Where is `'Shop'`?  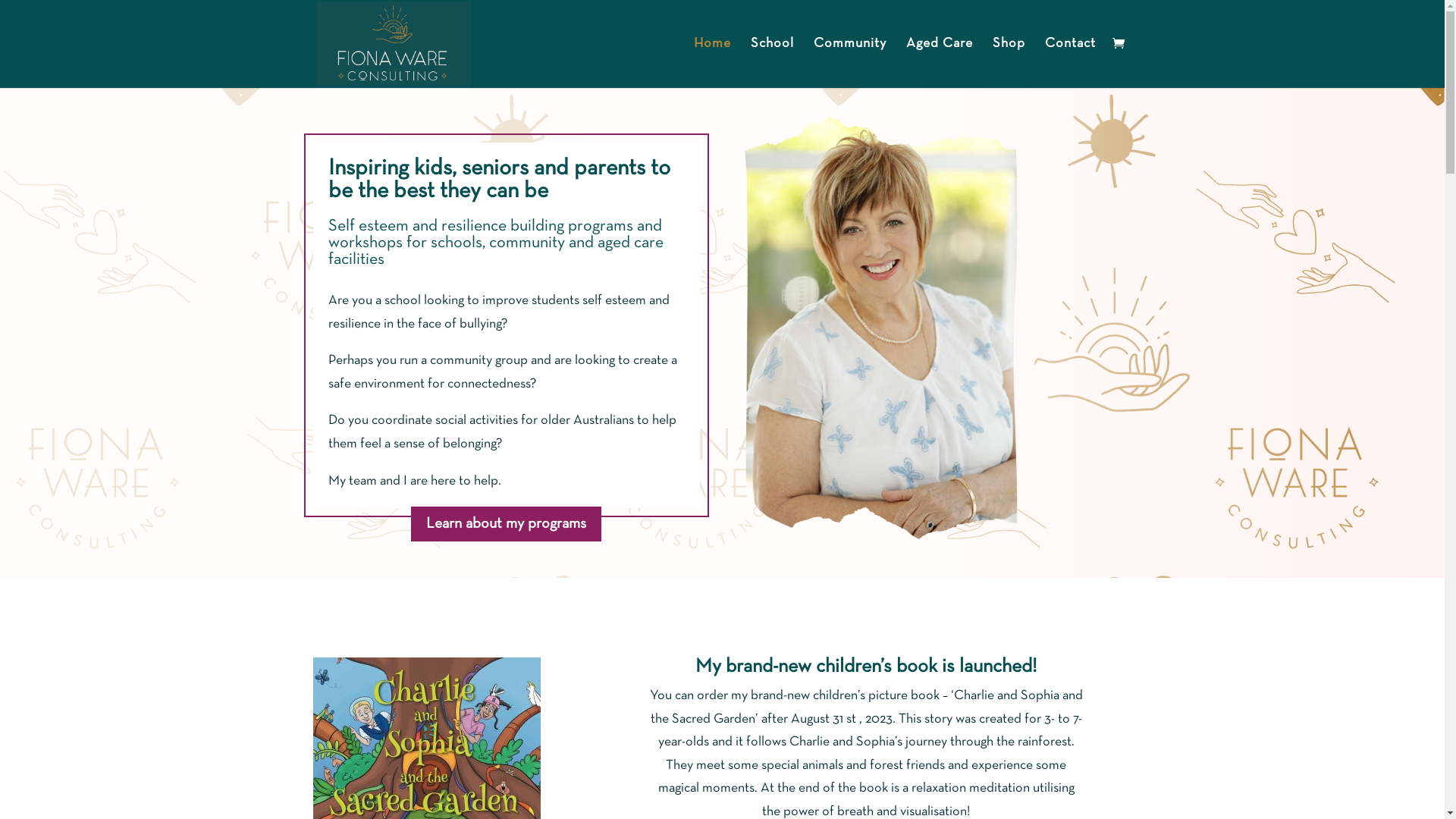
'Shop' is located at coordinates (1008, 62).